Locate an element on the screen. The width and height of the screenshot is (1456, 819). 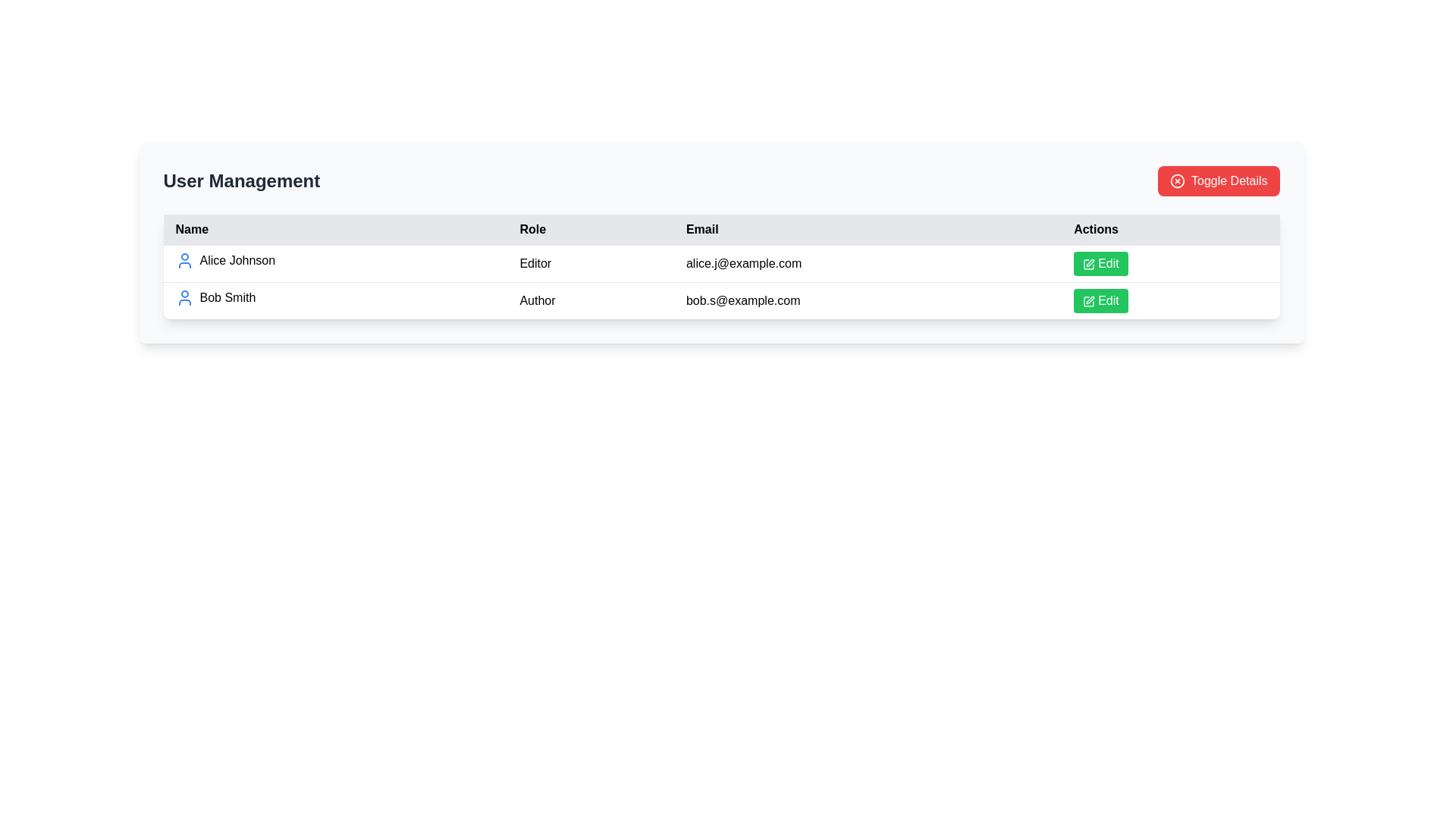
the edit icon located to the left of the text inside the green 'Edit' button is located at coordinates (1087, 262).